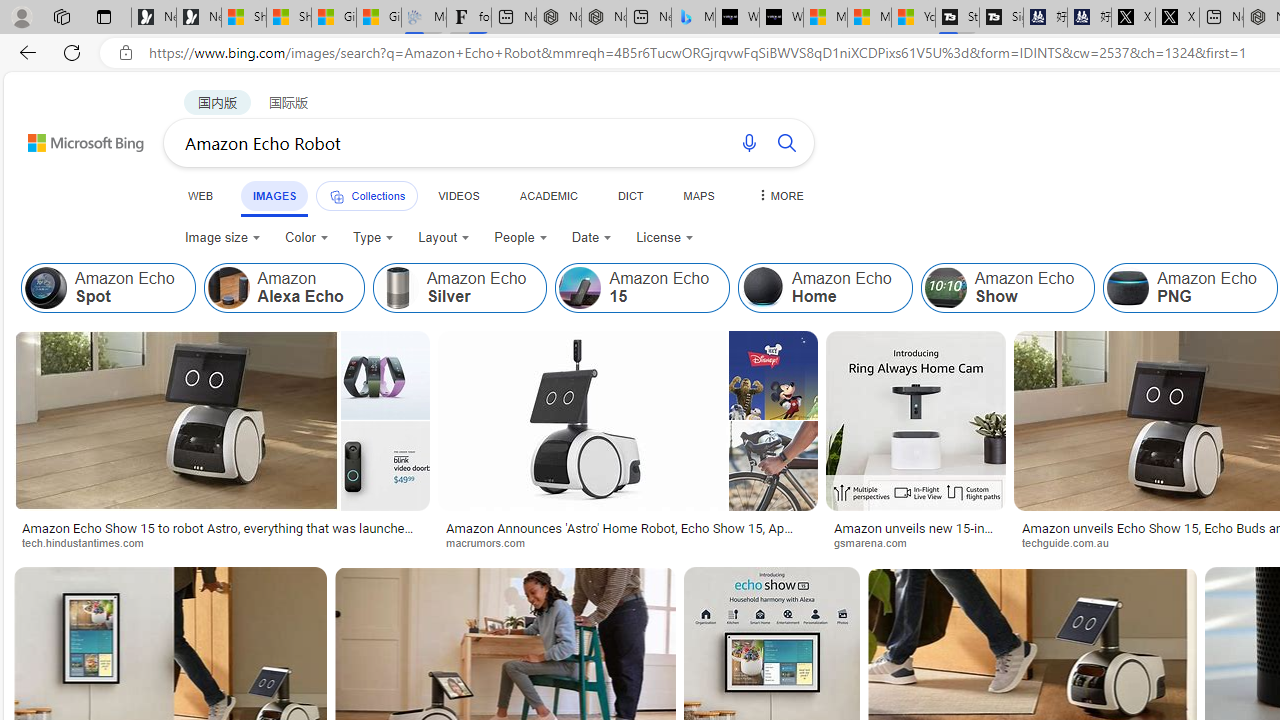 The width and height of the screenshot is (1280, 720). What do you see at coordinates (1008, 288) in the screenshot?
I see `'Amazon Echo Show'` at bounding box center [1008, 288].